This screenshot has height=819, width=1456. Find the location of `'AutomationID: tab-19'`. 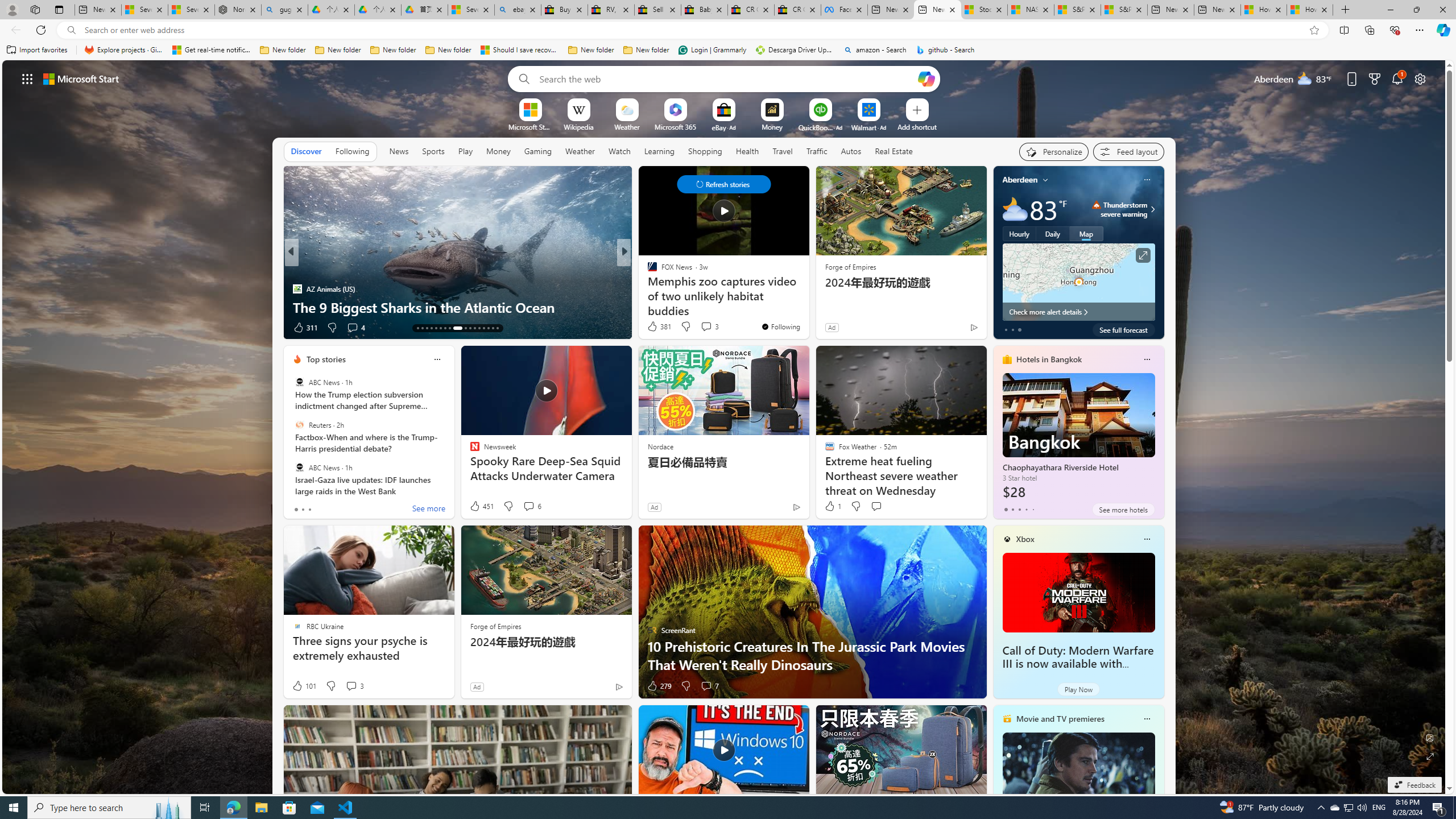

'AutomationID: tab-19' is located at coordinates (445, 328).